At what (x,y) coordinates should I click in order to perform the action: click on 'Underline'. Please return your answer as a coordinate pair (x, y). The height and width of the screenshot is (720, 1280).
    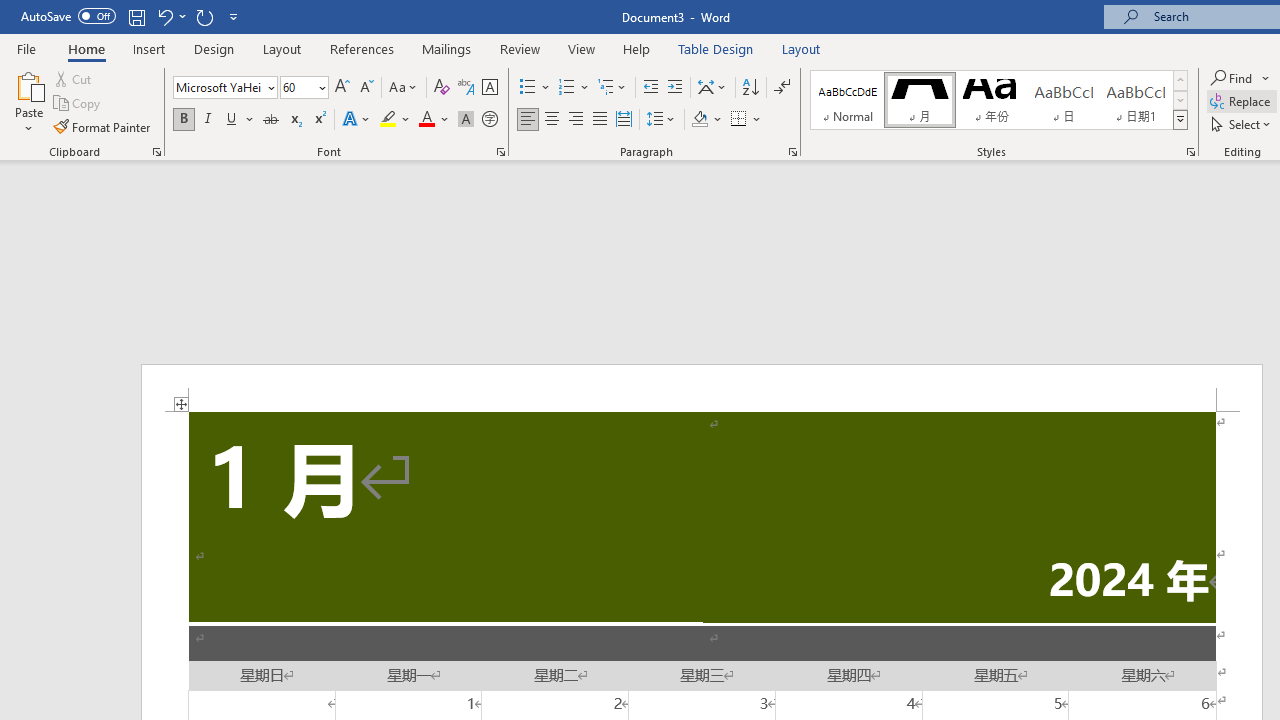
    Looking at the image, I should click on (232, 119).